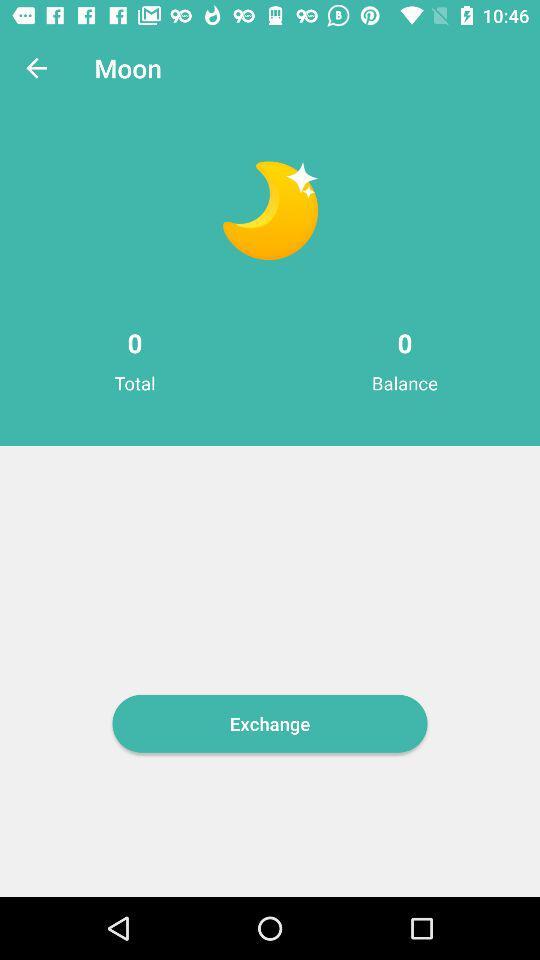  I want to click on the icon to the left of moon, so click(36, 68).